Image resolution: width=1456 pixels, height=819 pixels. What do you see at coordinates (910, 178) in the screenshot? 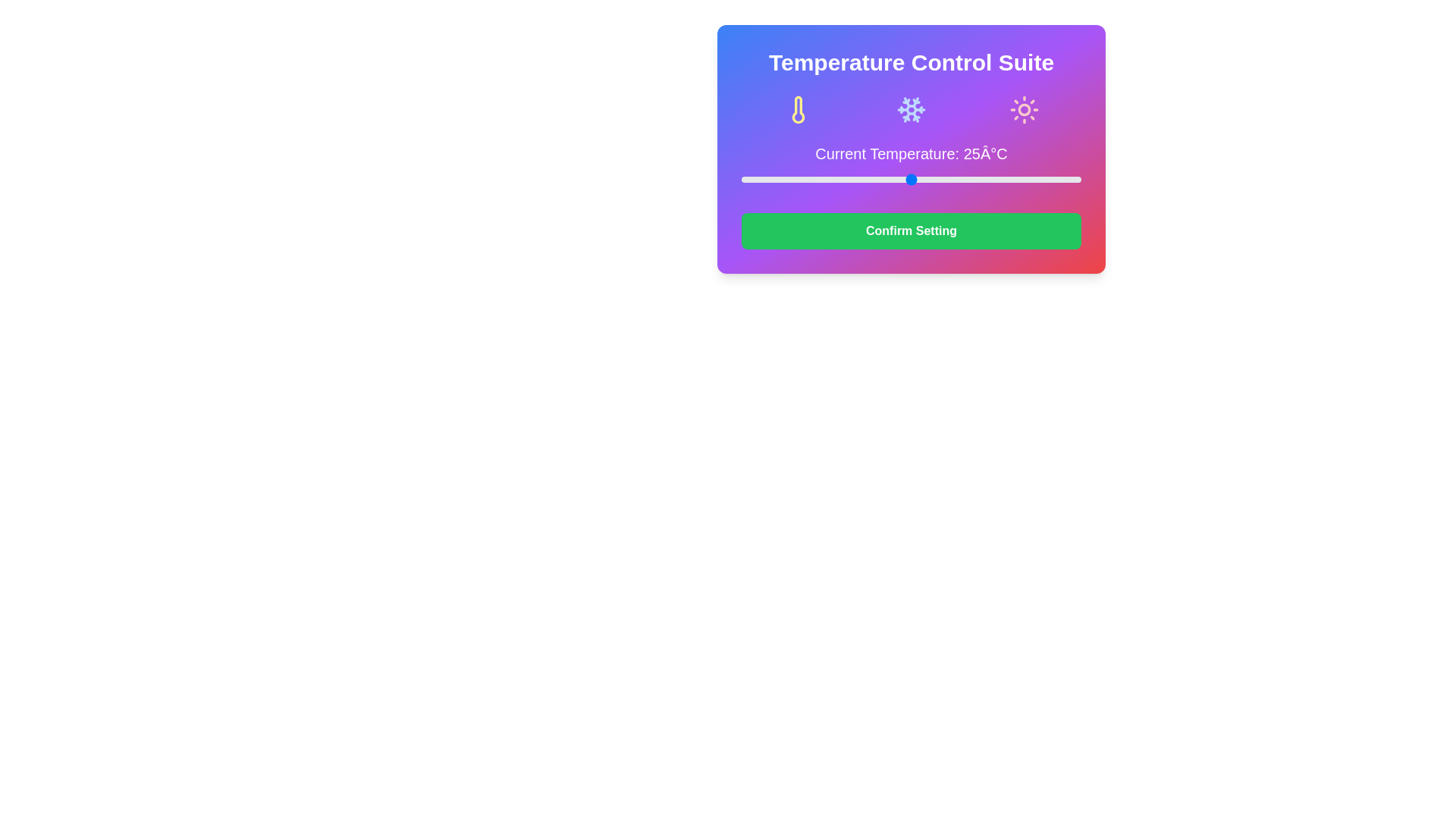
I see `the slider to set the temperature to 25°C` at bounding box center [910, 178].